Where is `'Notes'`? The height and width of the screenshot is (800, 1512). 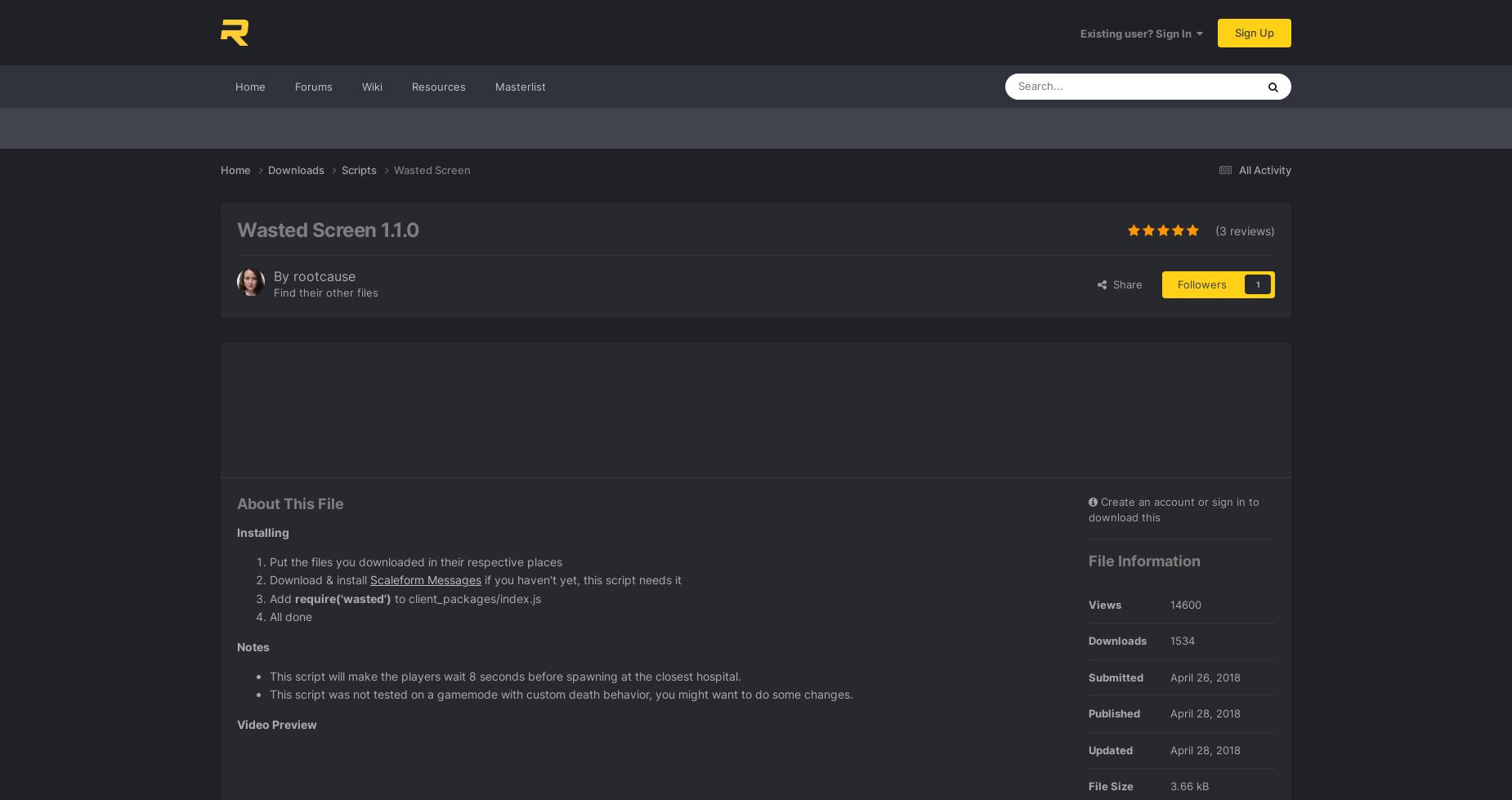
'Notes' is located at coordinates (253, 645).